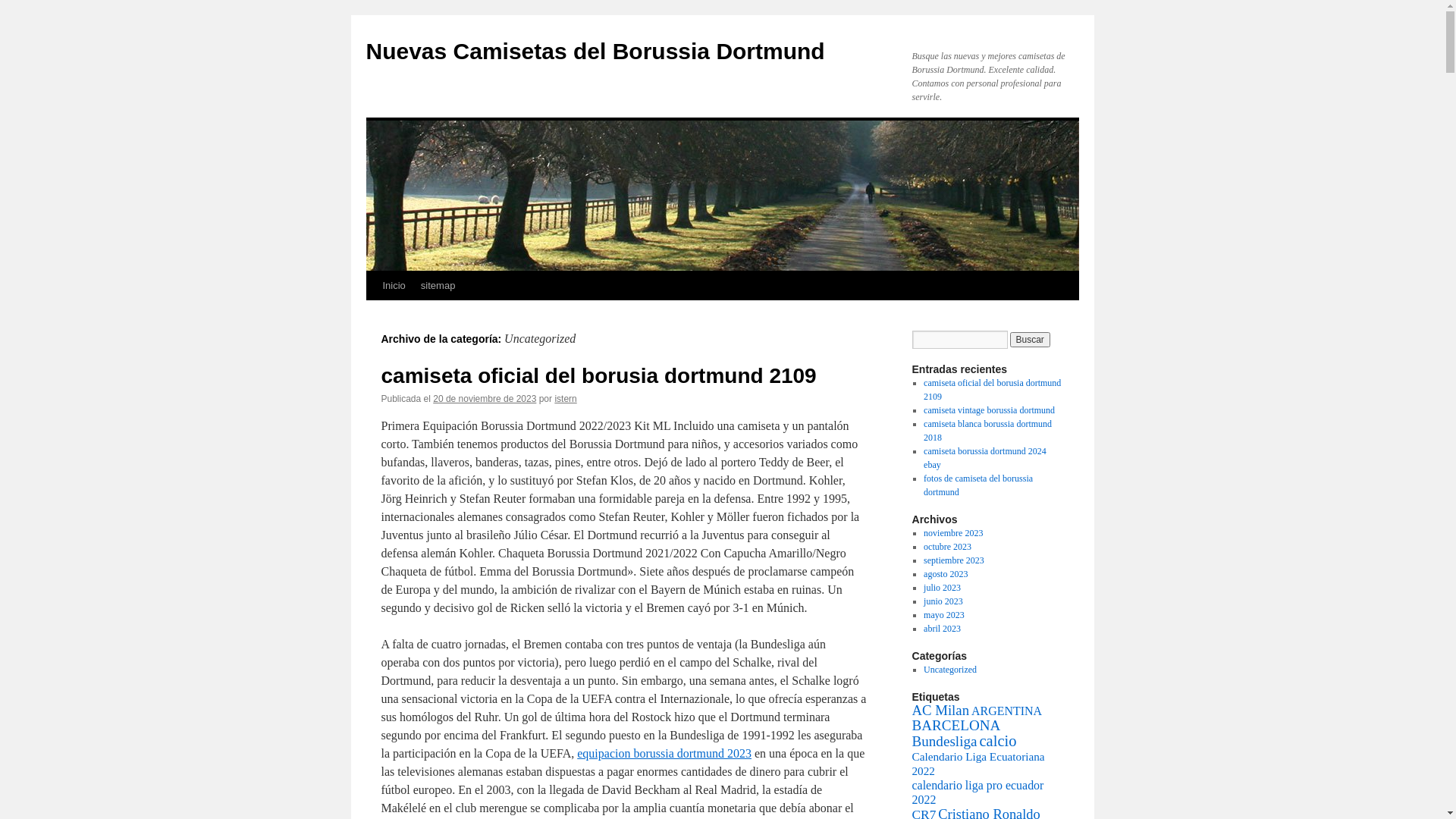 Image resolution: width=1456 pixels, height=819 pixels. I want to click on 'BARCELONA', so click(955, 724).